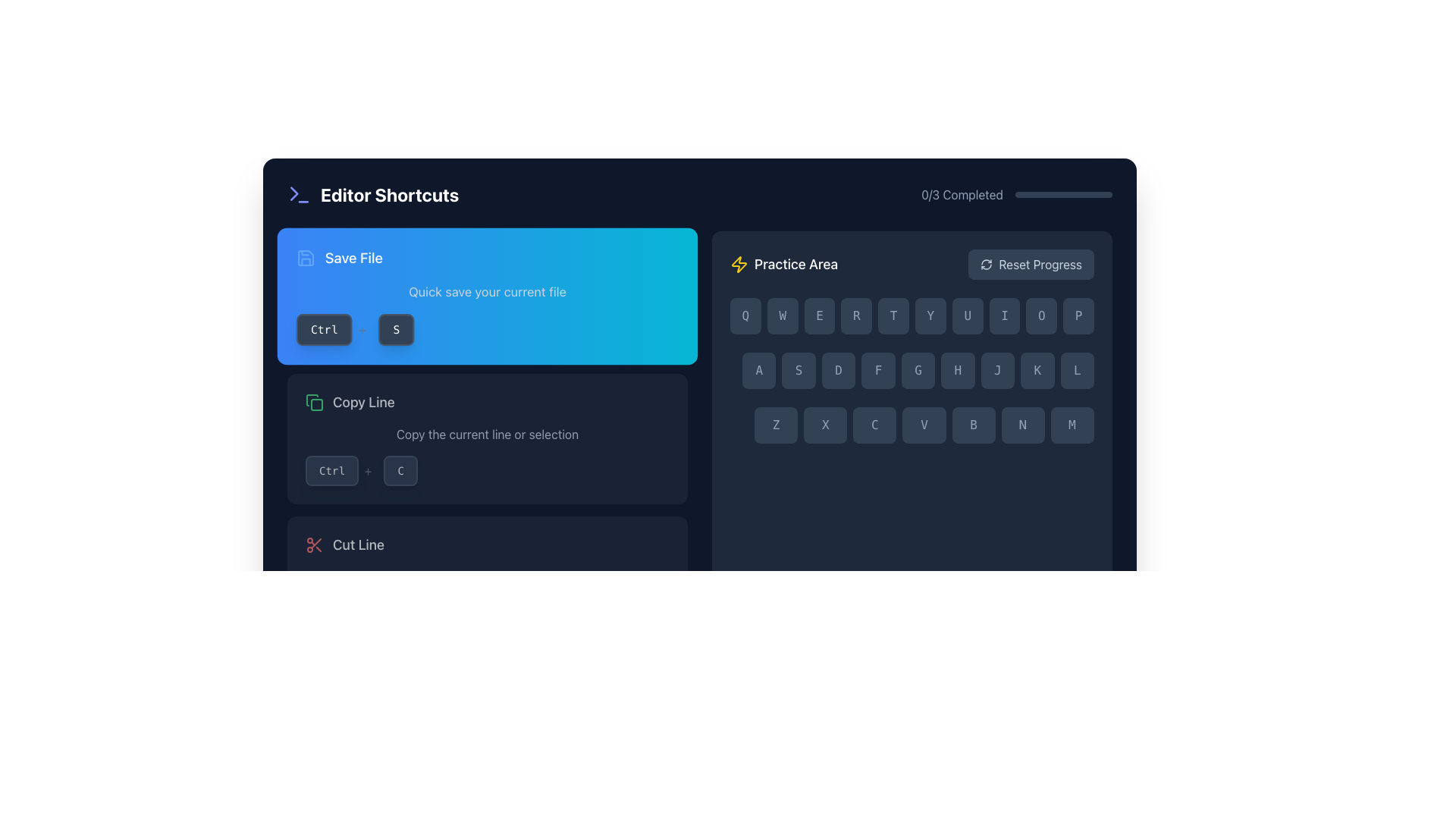  Describe the element at coordinates (1031, 263) in the screenshot. I see `the 'Reset Progress' button with a dark slate-gray background, located in the top-right corner of the 'Practice Area' grouping block, to observe the hover effect` at that location.